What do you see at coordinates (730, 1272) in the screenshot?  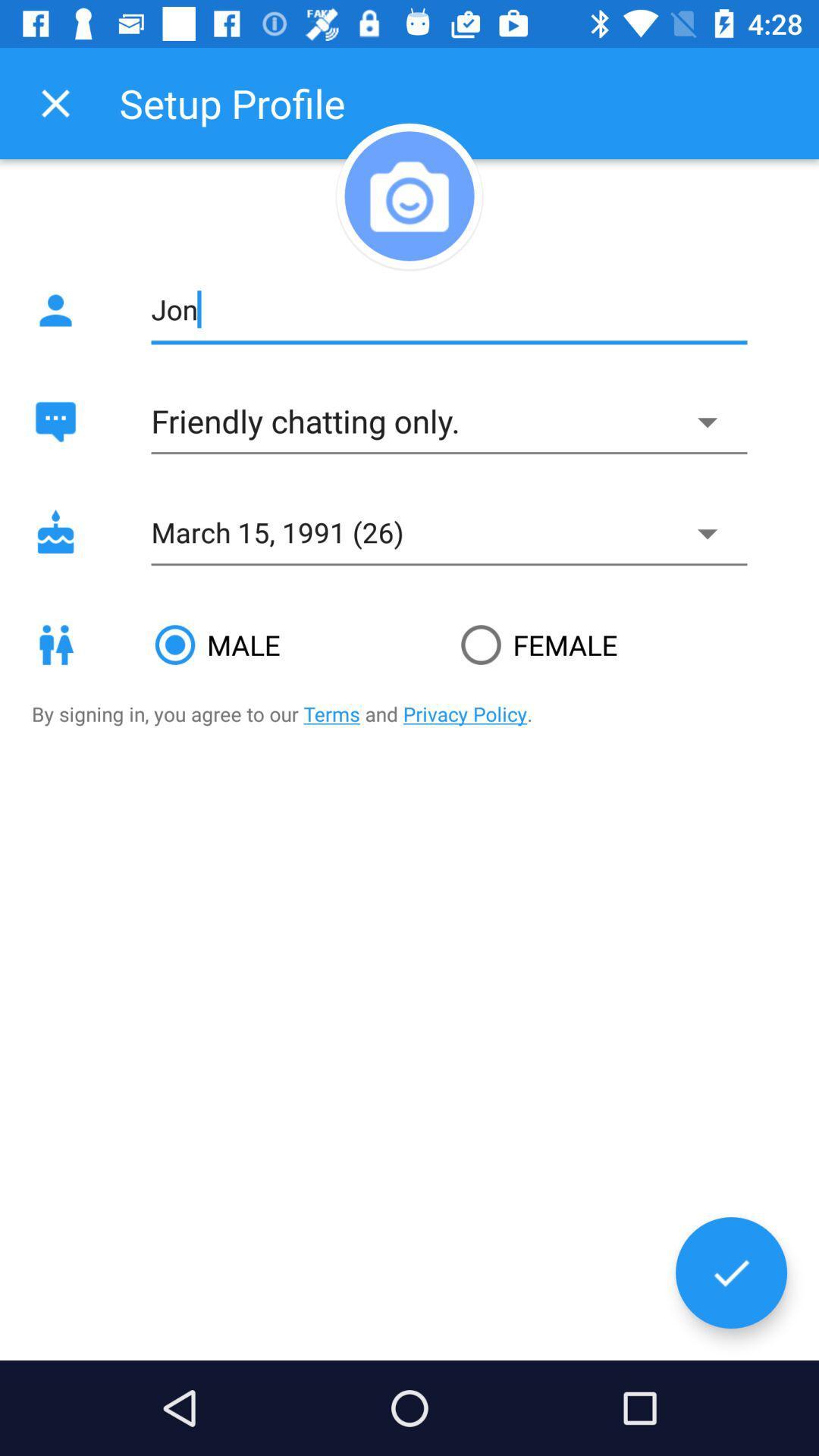 I see `click okay` at bounding box center [730, 1272].